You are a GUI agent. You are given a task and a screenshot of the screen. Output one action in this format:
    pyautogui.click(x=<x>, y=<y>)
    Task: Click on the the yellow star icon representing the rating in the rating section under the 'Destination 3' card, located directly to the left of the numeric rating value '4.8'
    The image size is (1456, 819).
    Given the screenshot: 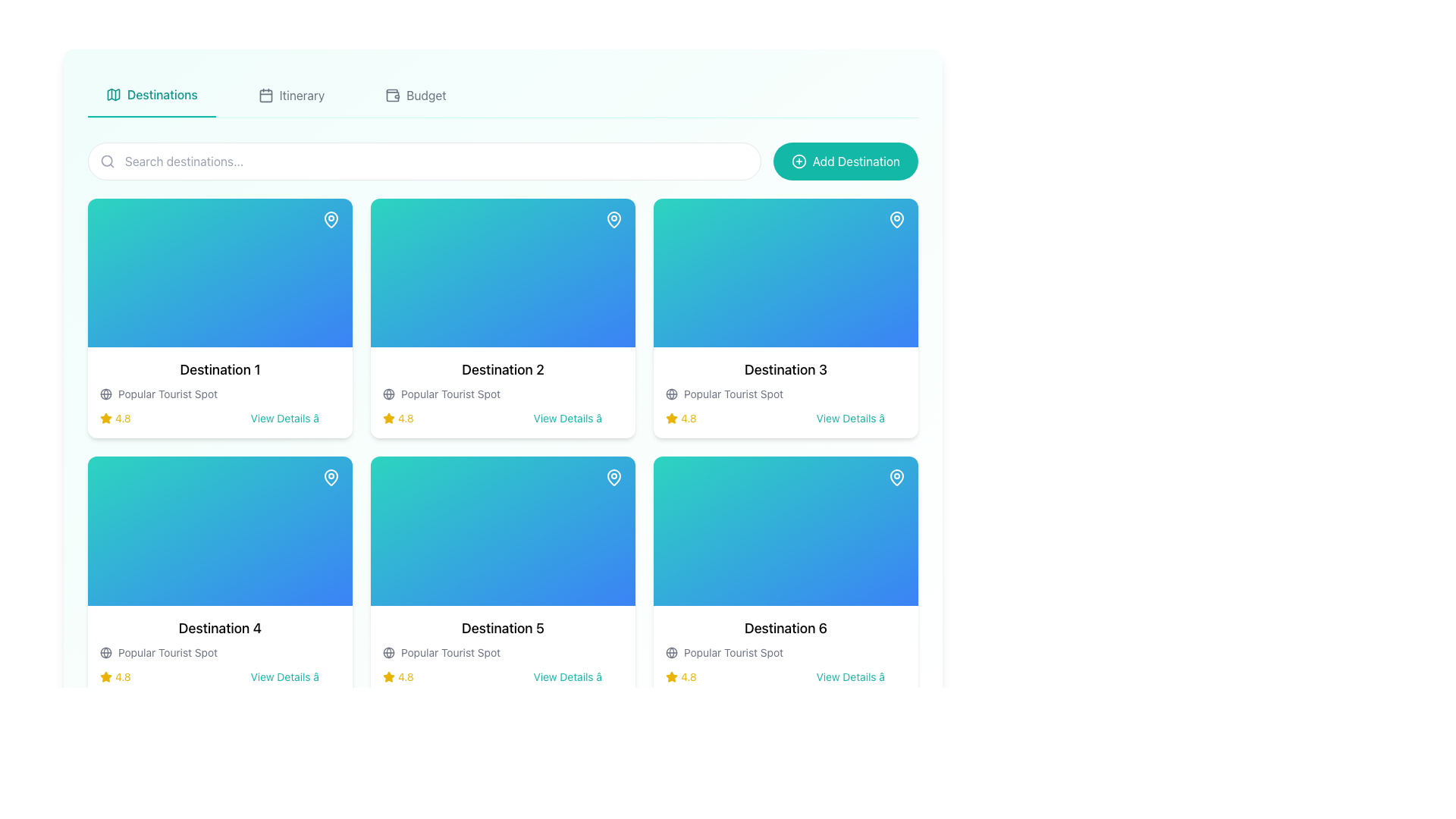 What is the action you would take?
    pyautogui.click(x=671, y=418)
    